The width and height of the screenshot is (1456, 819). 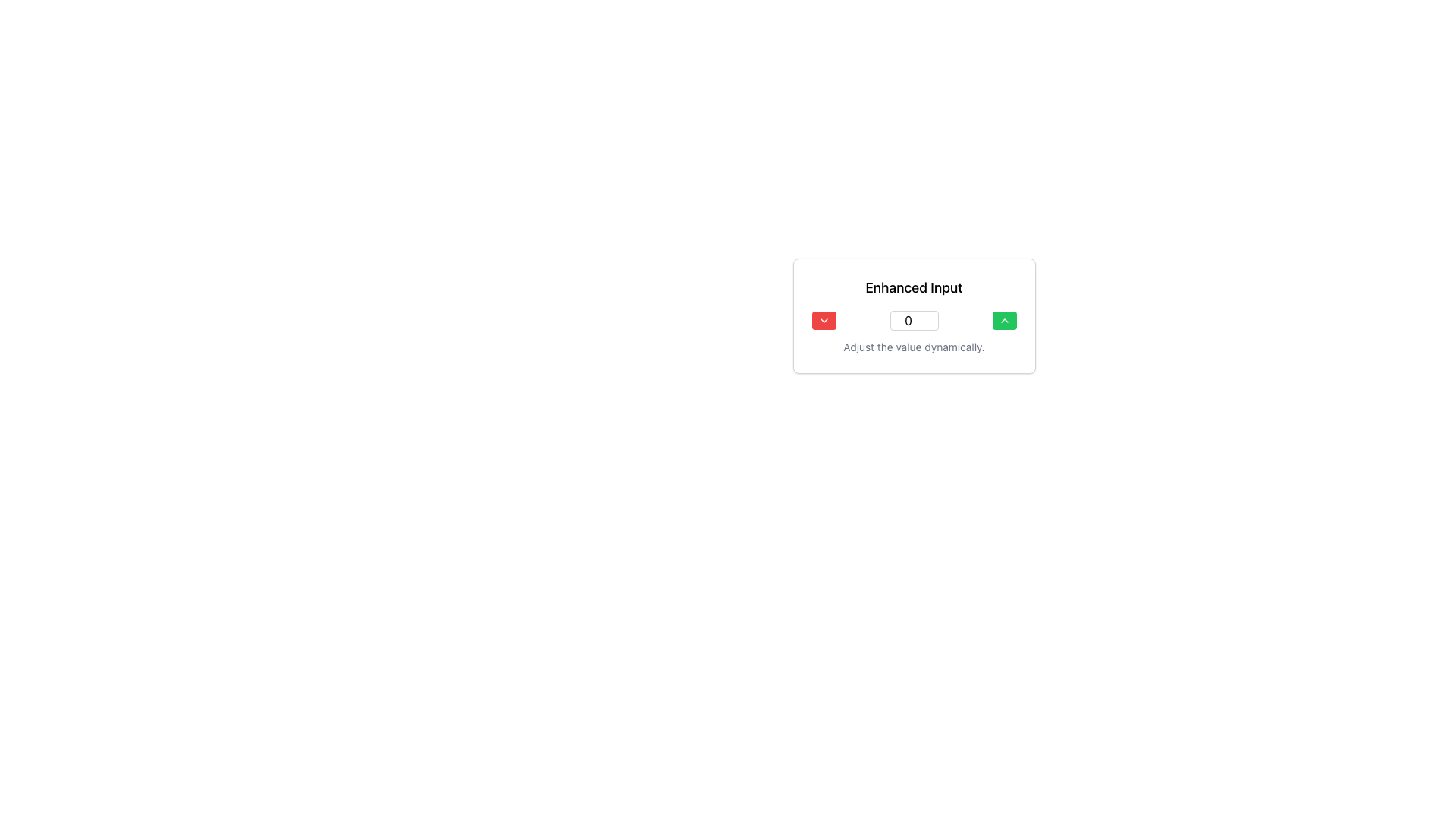 I want to click on the red rectangular button with rounded corners that contains a downward-pointing chevron icon, located on the left side of the horizontal layout, to observe visual feedback, so click(x=823, y=320).